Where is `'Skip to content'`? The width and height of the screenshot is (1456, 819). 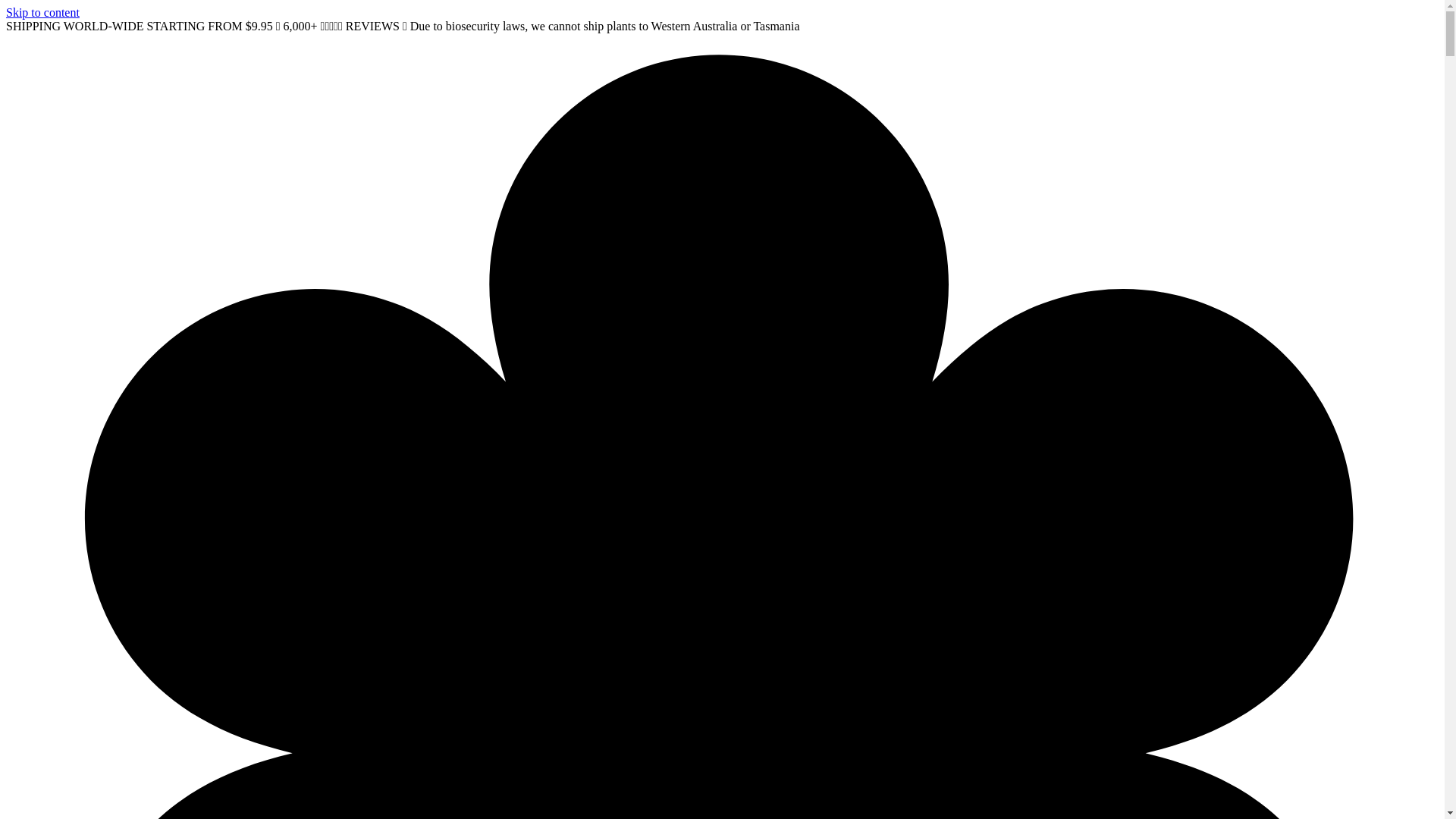
'Skip to content' is located at coordinates (42, 12).